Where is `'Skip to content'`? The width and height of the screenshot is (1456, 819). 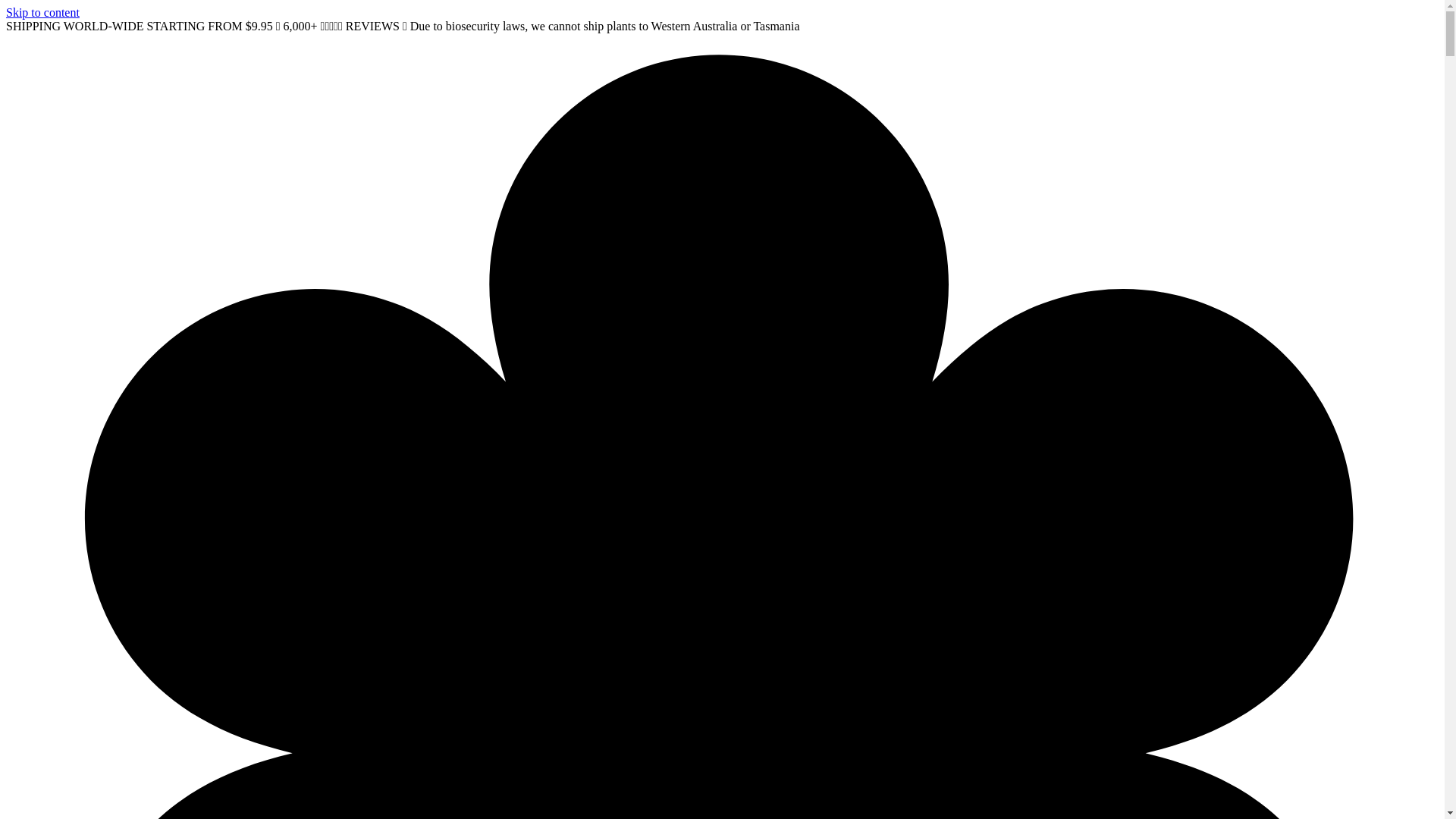
'Skip to content' is located at coordinates (42, 12).